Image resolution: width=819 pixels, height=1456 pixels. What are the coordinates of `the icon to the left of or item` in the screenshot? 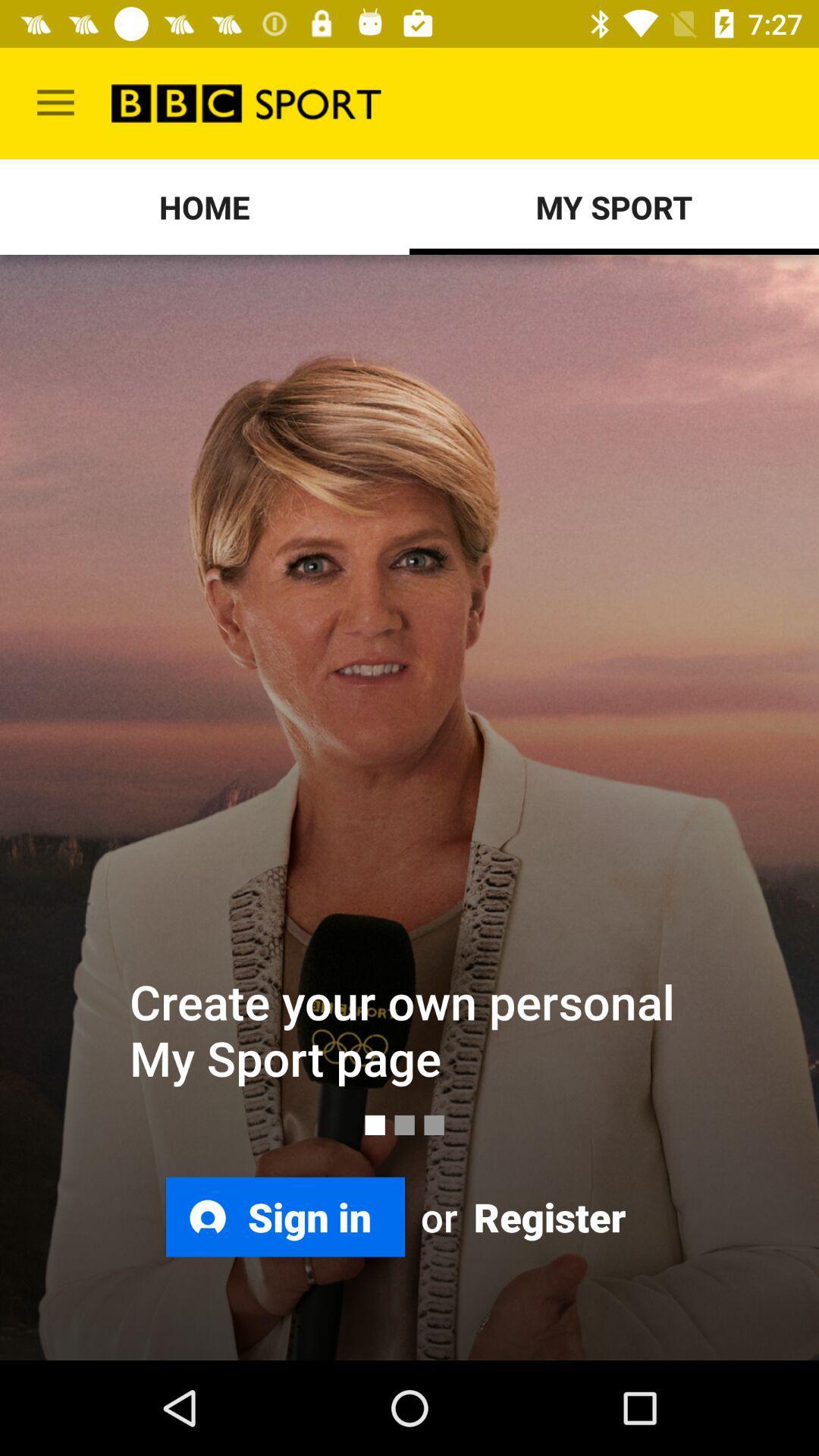 It's located at (285, 1216).